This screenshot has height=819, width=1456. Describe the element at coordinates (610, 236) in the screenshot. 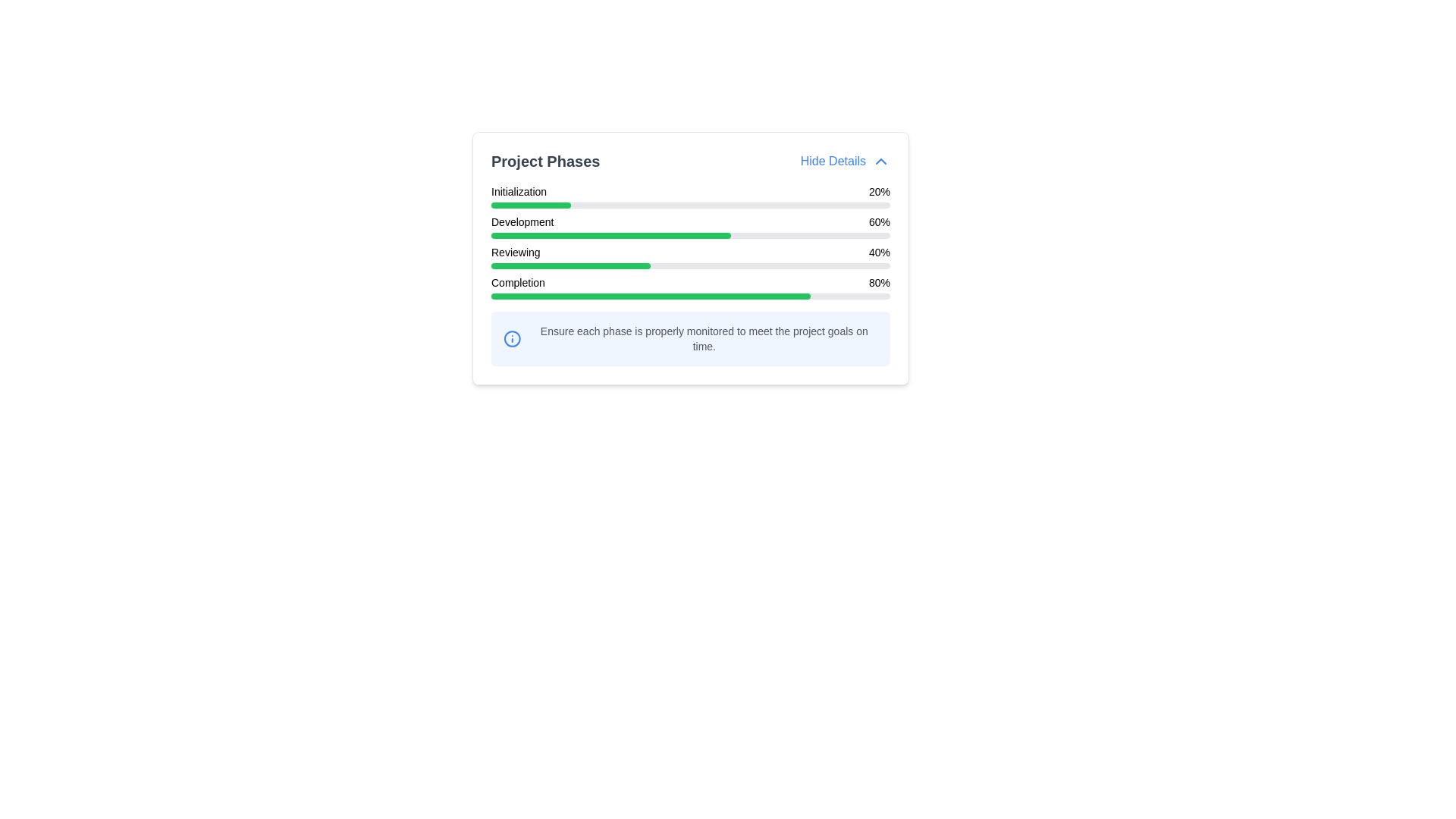

I see `the Progress indicator (bar segment) that visually indicates 60% completion of the 'Development' phase in the 'Project Phases' section` at that location.